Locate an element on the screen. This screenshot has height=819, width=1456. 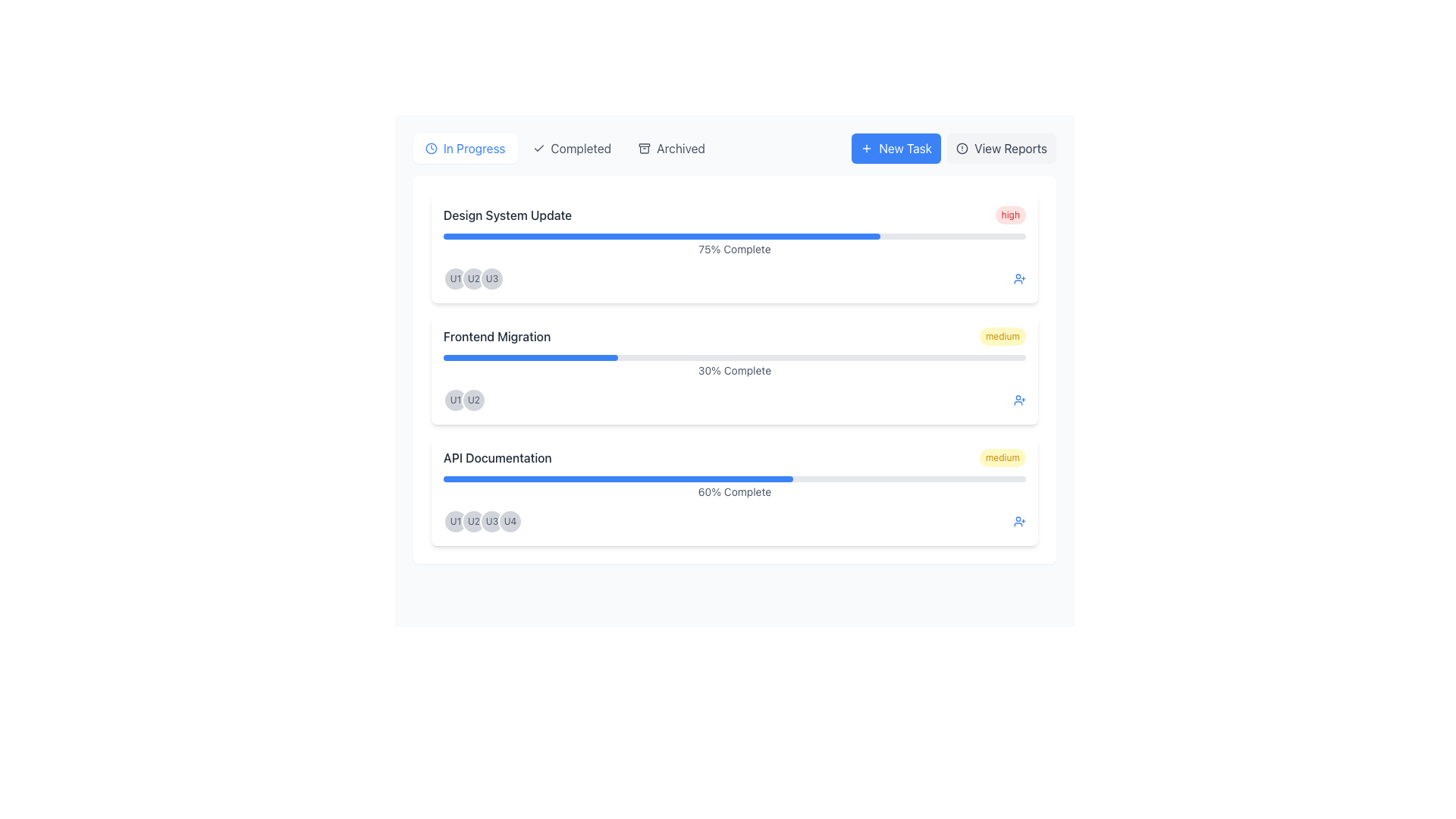
the text label 'U2' within its circular badge, which is styled with a muted gray color and is the second in a series of badges labeled 'U1', 'U2', etc is located at coordinates (472, 400).